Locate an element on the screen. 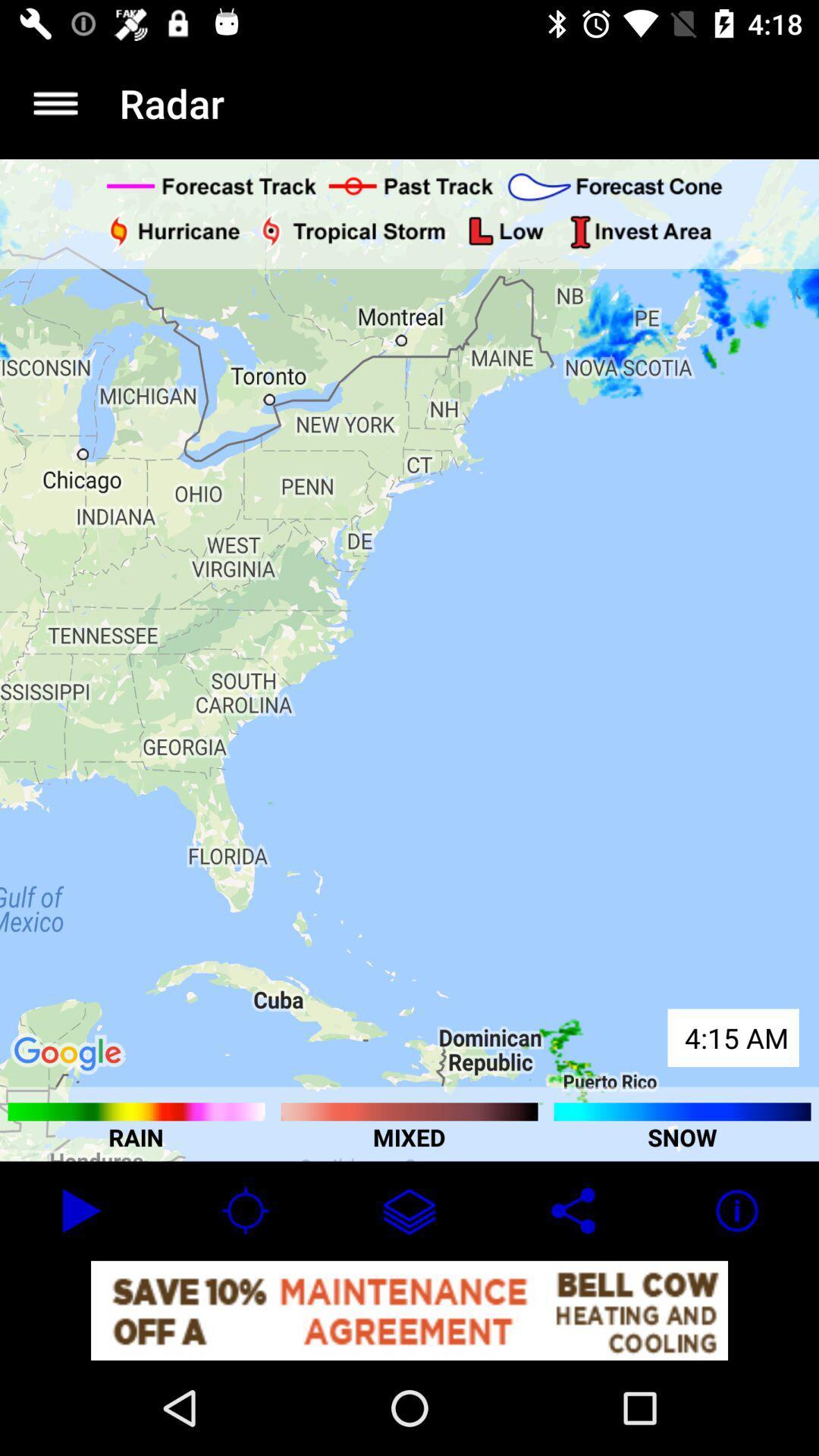  the menu icon is located at coordinates (55, 102).